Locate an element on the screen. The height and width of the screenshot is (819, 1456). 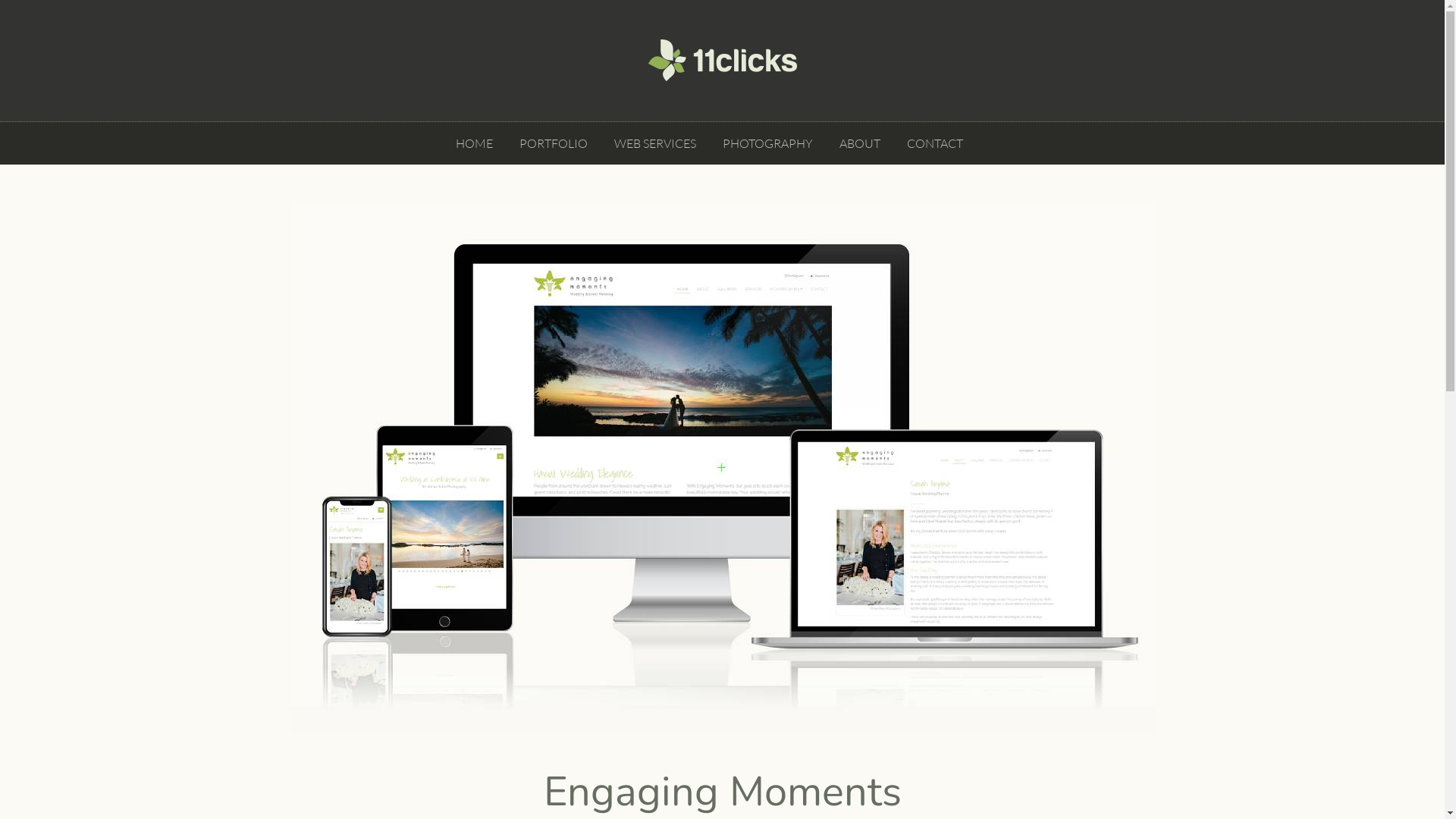
'ABOUT' is located at coordinates (835, 143).